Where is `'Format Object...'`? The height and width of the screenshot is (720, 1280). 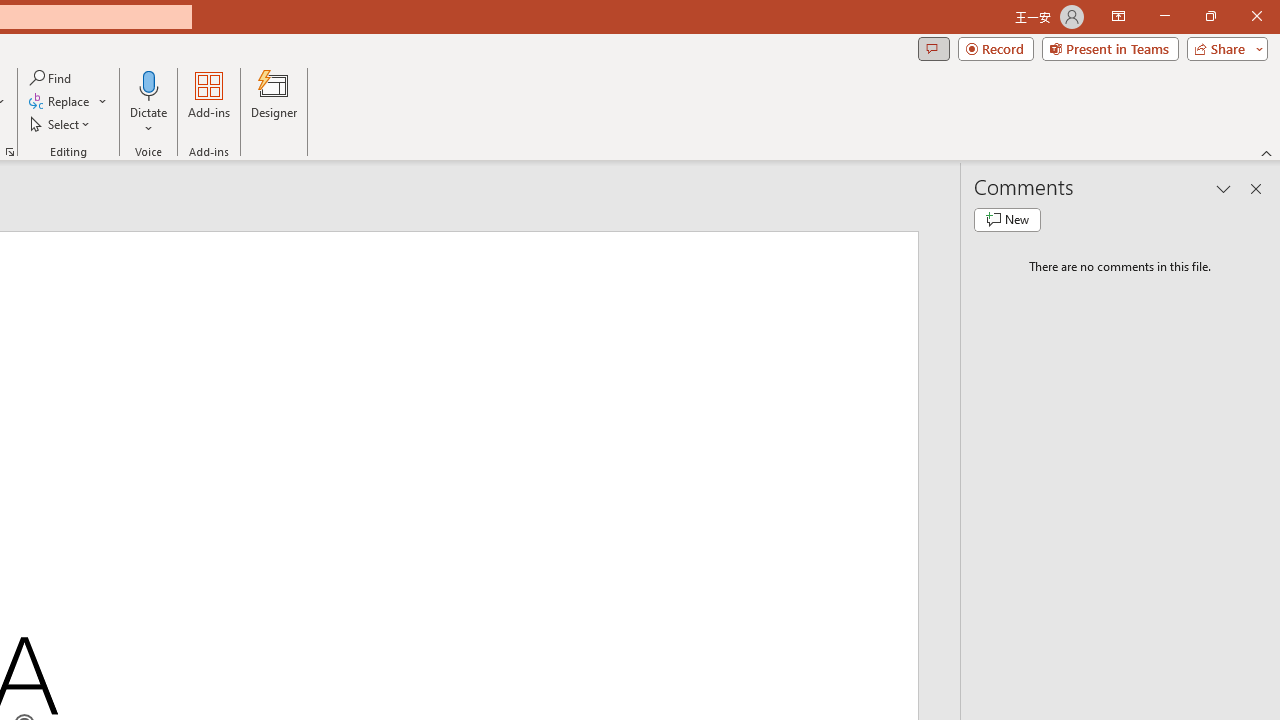
'Format Object...' is located at coordinates (10, 150).